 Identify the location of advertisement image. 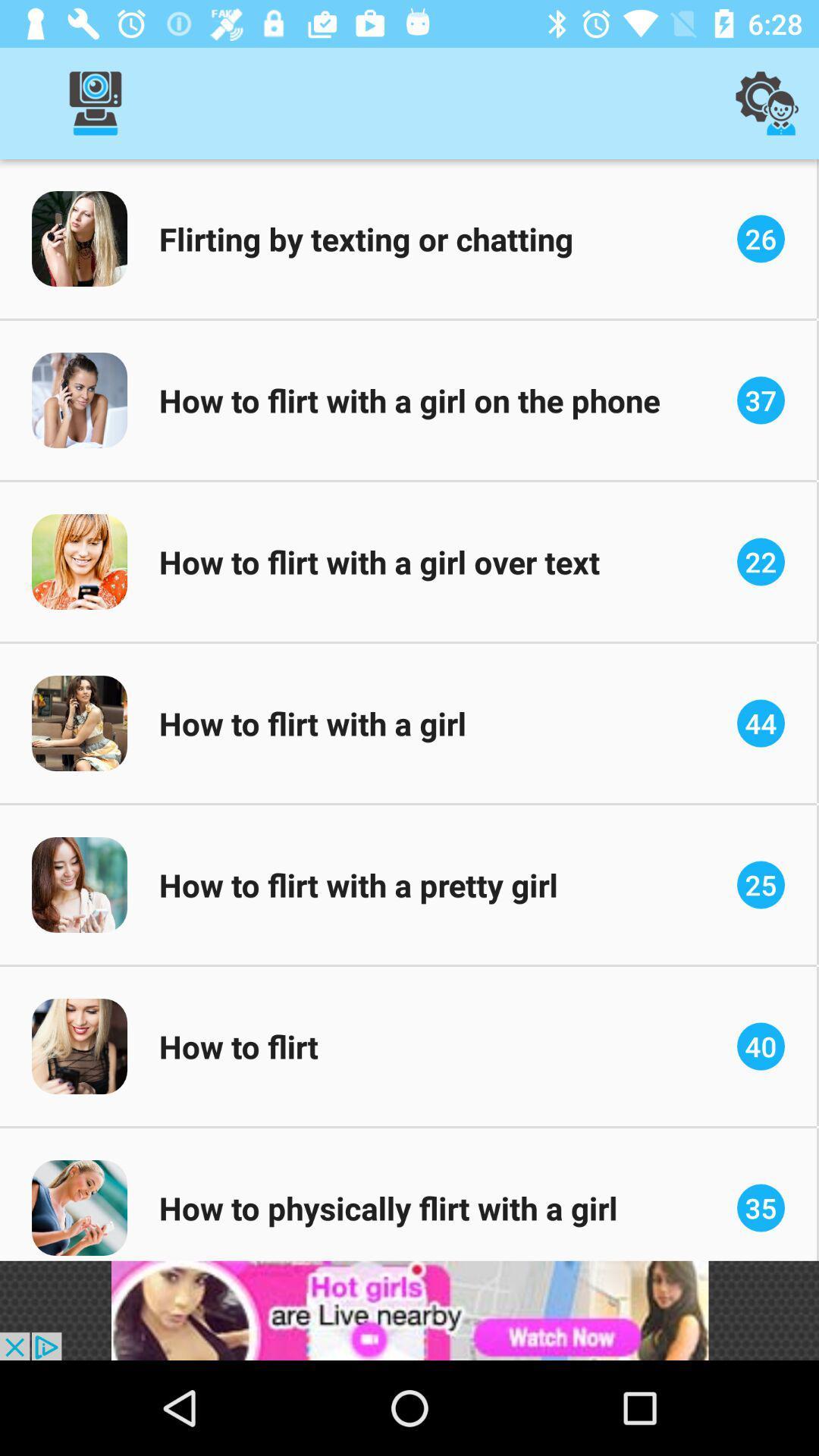
(409, 1310).